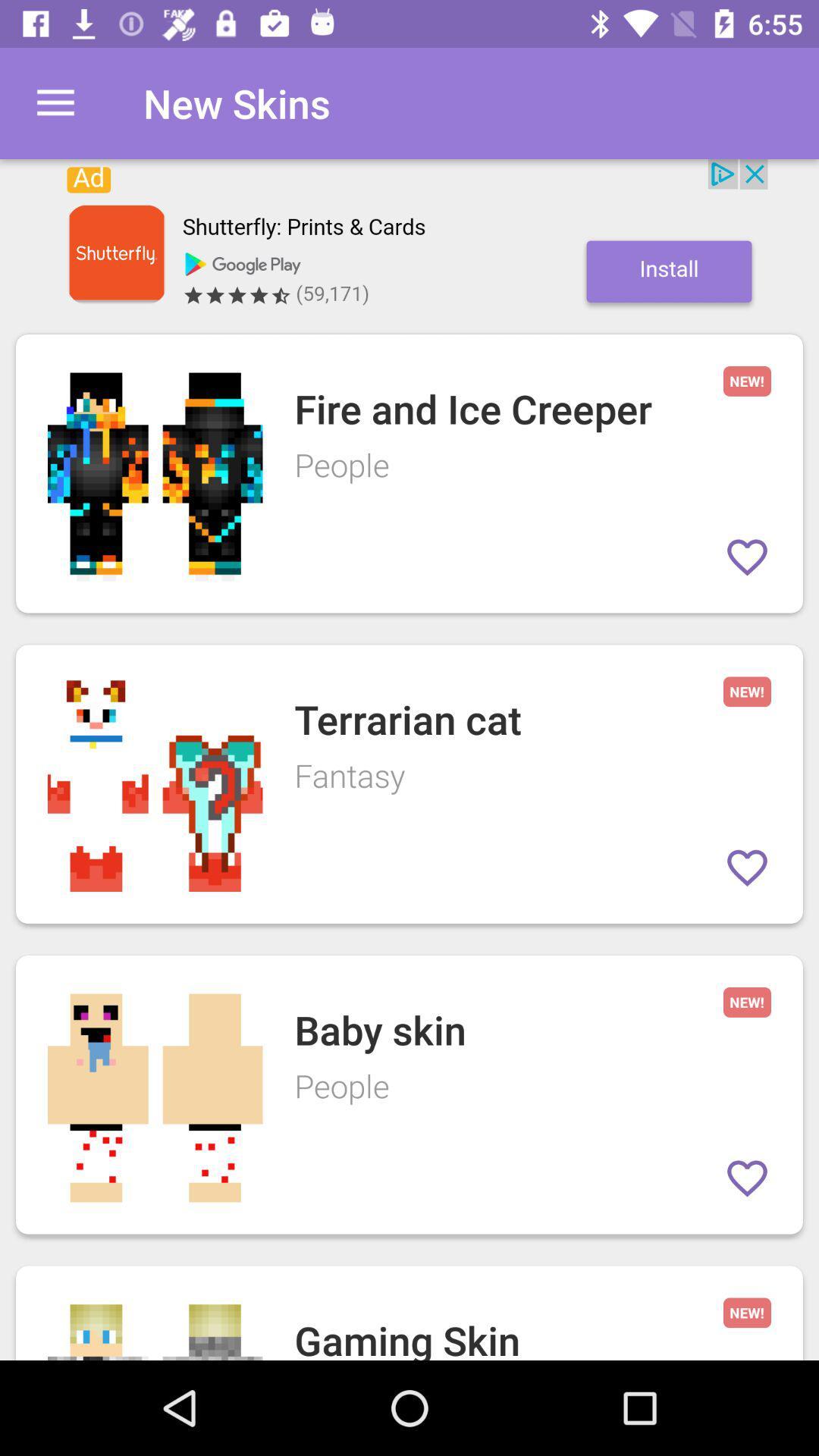 The image size is (819, 1456). Describe the element at coordinates (746, 556) in the screenshot. I see `to favorite` at that location.